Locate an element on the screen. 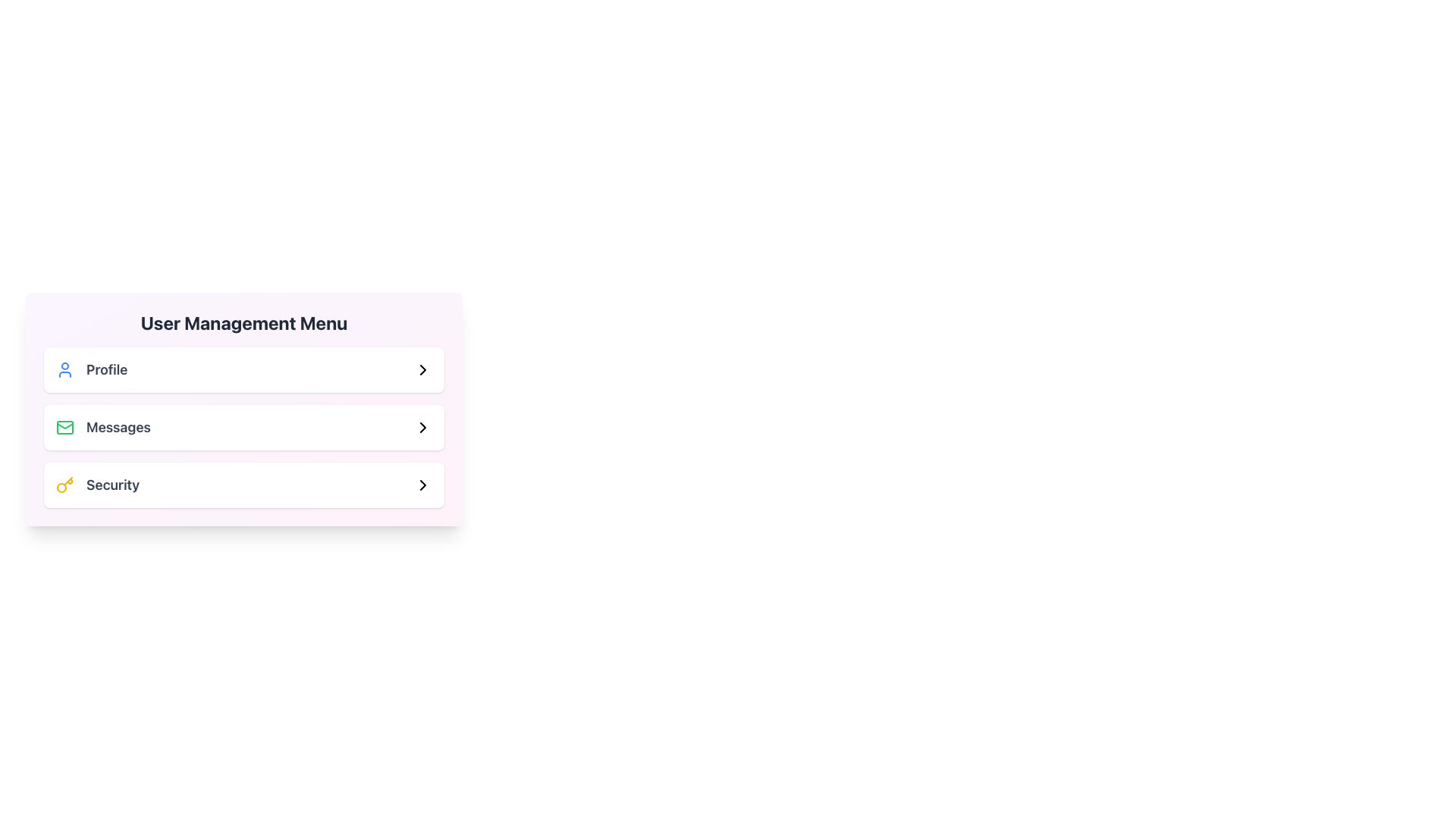  the 'Security' menu option, which is the third item in the User Management Menu is located at coordinates (243, 485).